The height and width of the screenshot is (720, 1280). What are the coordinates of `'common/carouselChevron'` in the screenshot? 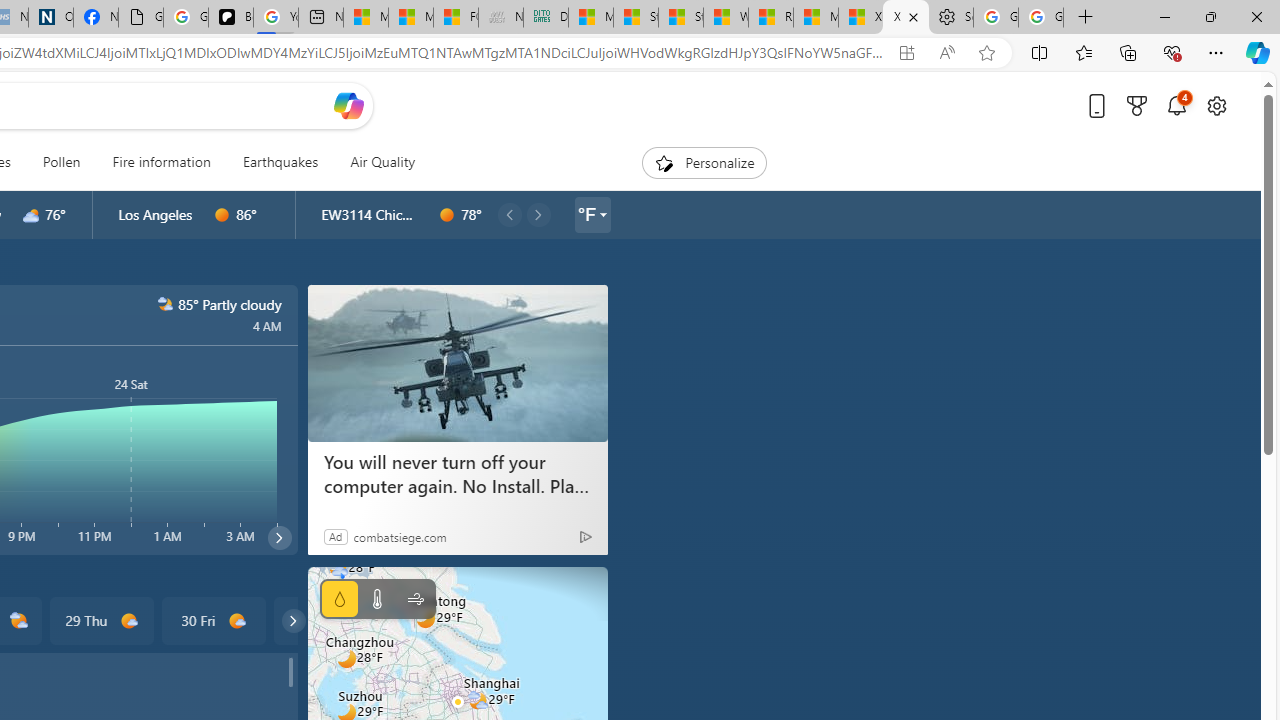 It's located at (292, 620).